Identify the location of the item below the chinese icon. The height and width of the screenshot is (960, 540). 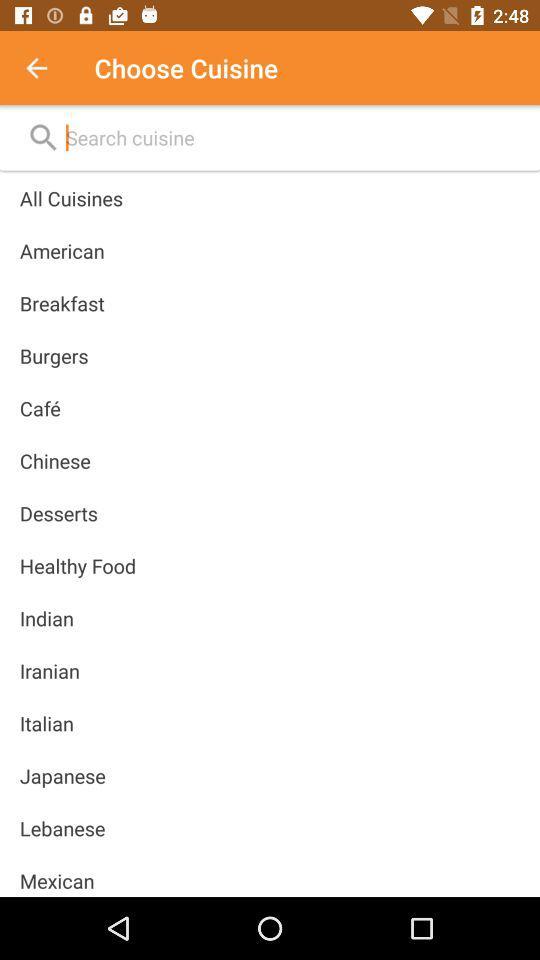
(58, 512).